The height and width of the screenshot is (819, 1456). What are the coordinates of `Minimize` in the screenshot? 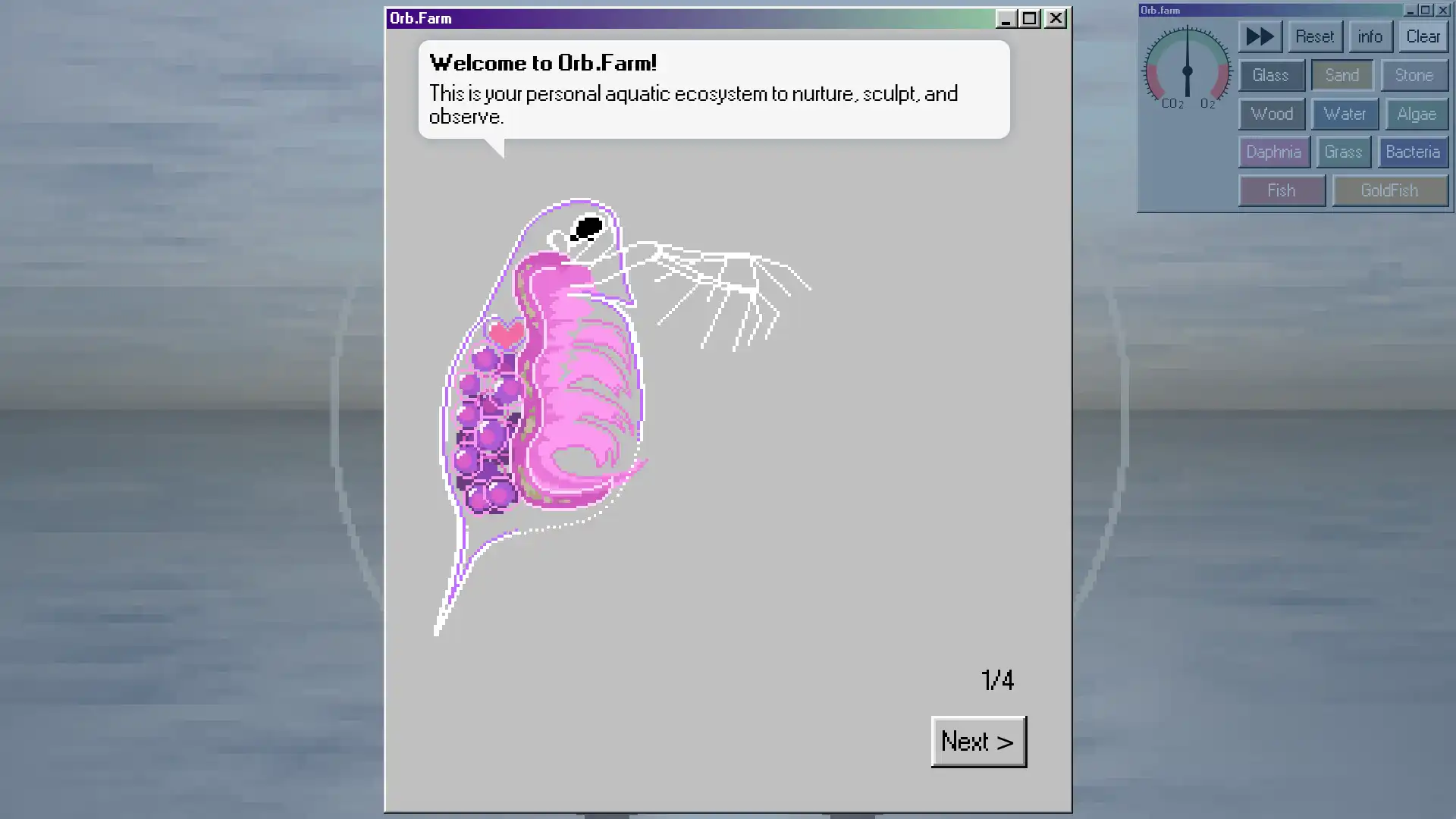 It's located at (1128, 8).